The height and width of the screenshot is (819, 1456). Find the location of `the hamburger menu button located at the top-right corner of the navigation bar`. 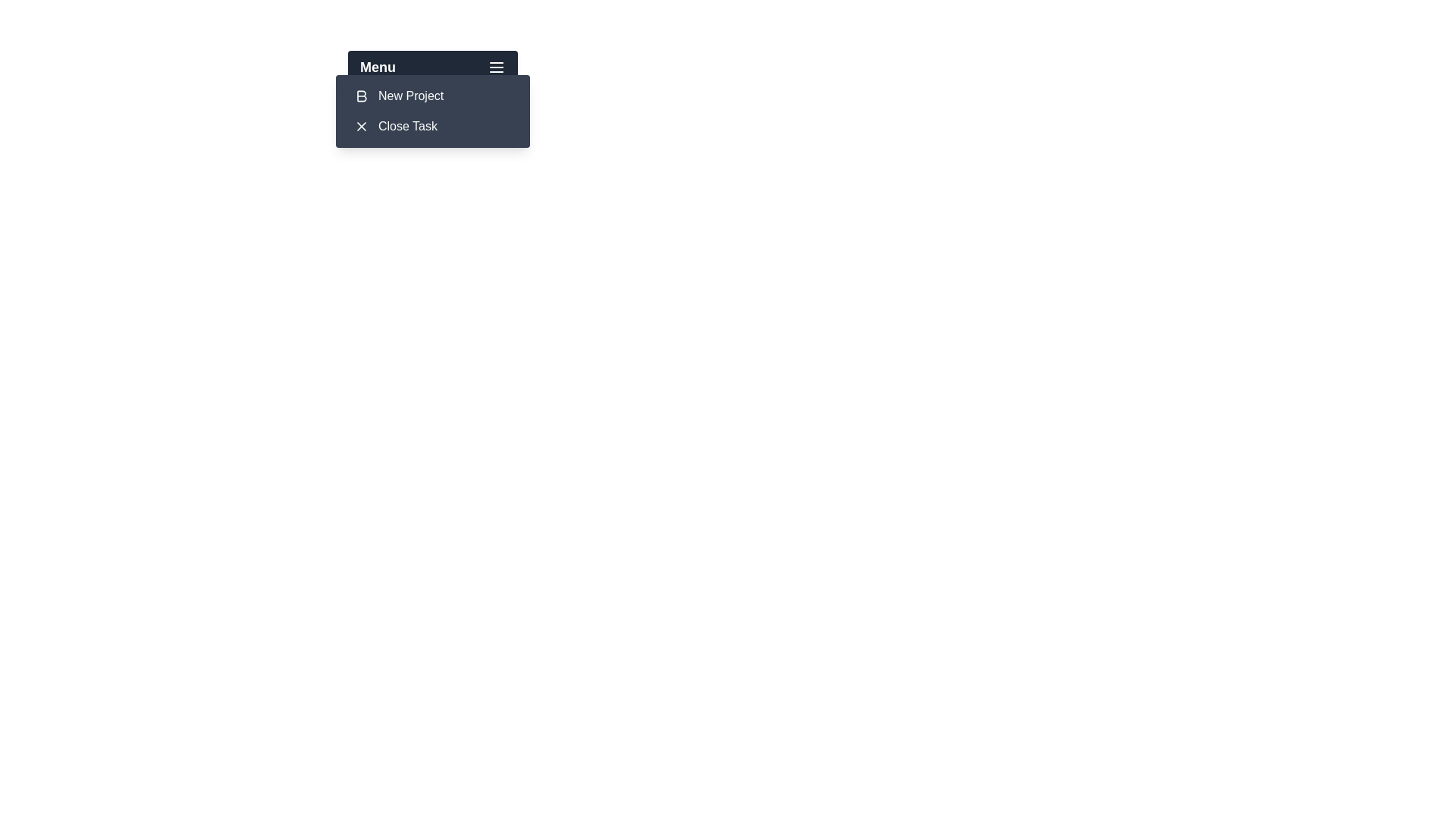

the hamburger menu button located at the top-right corner of the navigation bar is located at coordinates (496, 66).